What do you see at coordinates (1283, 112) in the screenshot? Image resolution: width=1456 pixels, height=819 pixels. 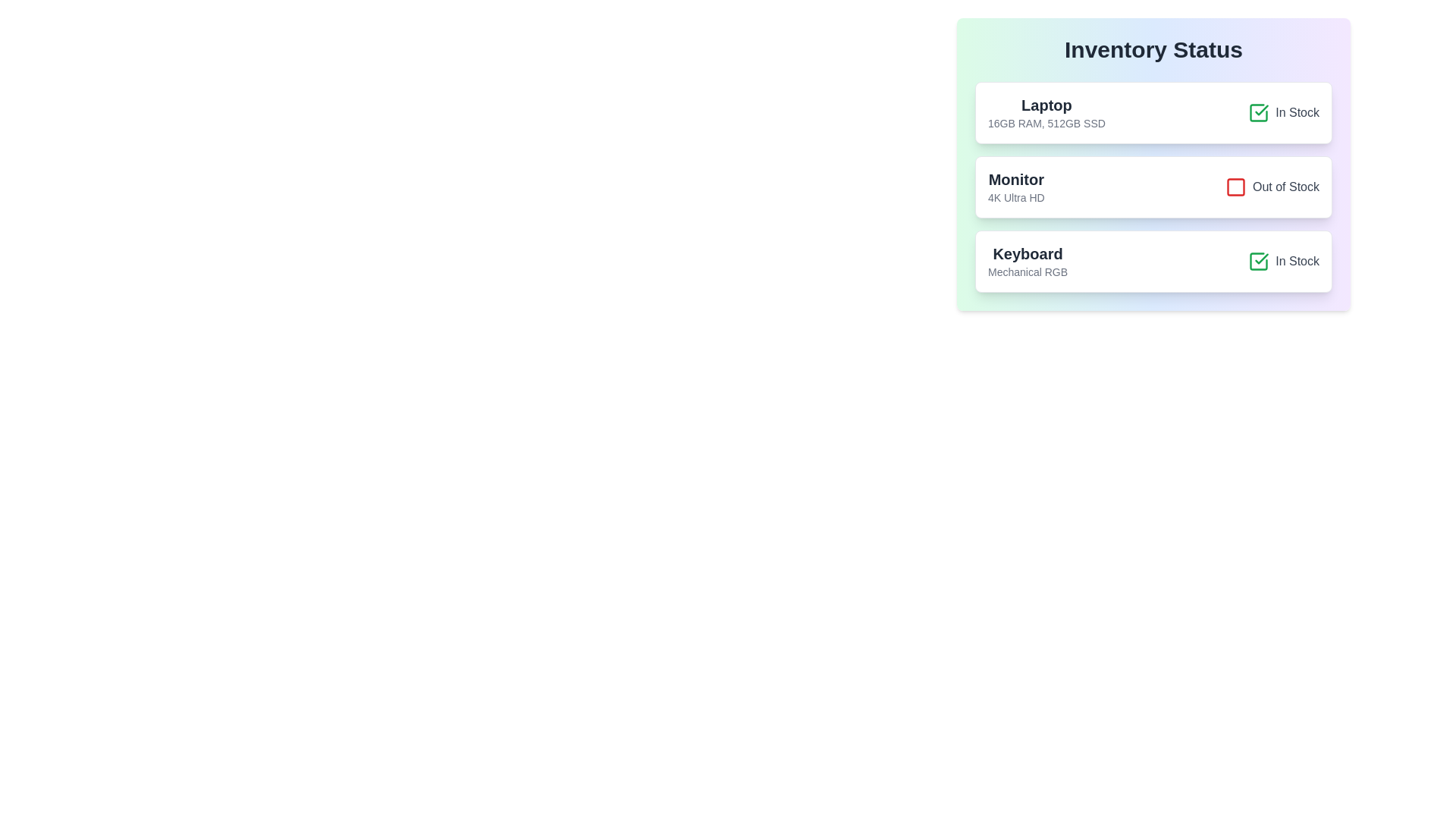 I see `the green checkmark label indicating 'In Stock' located to the right of the 'Laptop' label in the inventory status list` at bounding box center [1283, 112].